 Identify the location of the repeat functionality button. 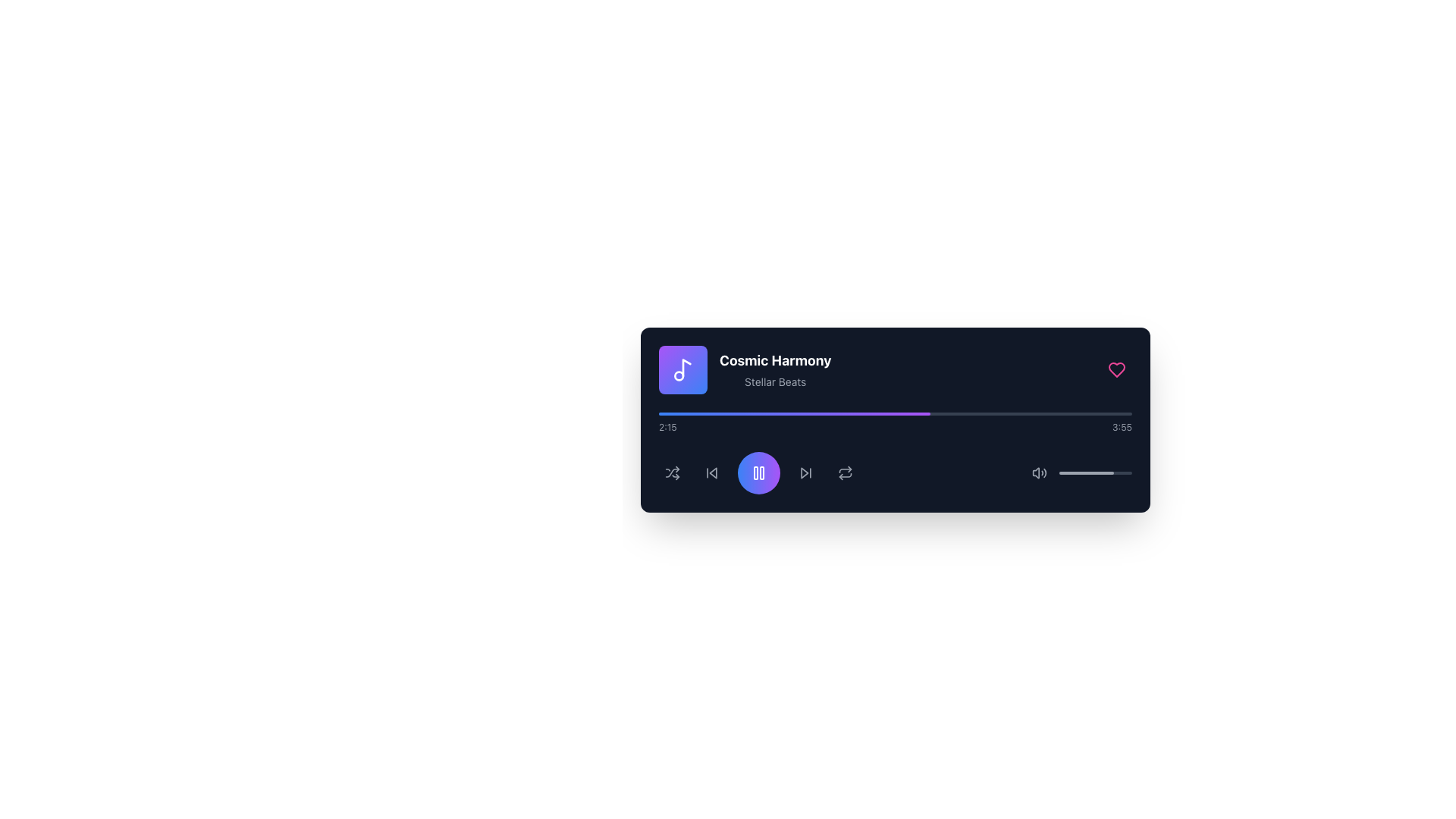
(844, 472).